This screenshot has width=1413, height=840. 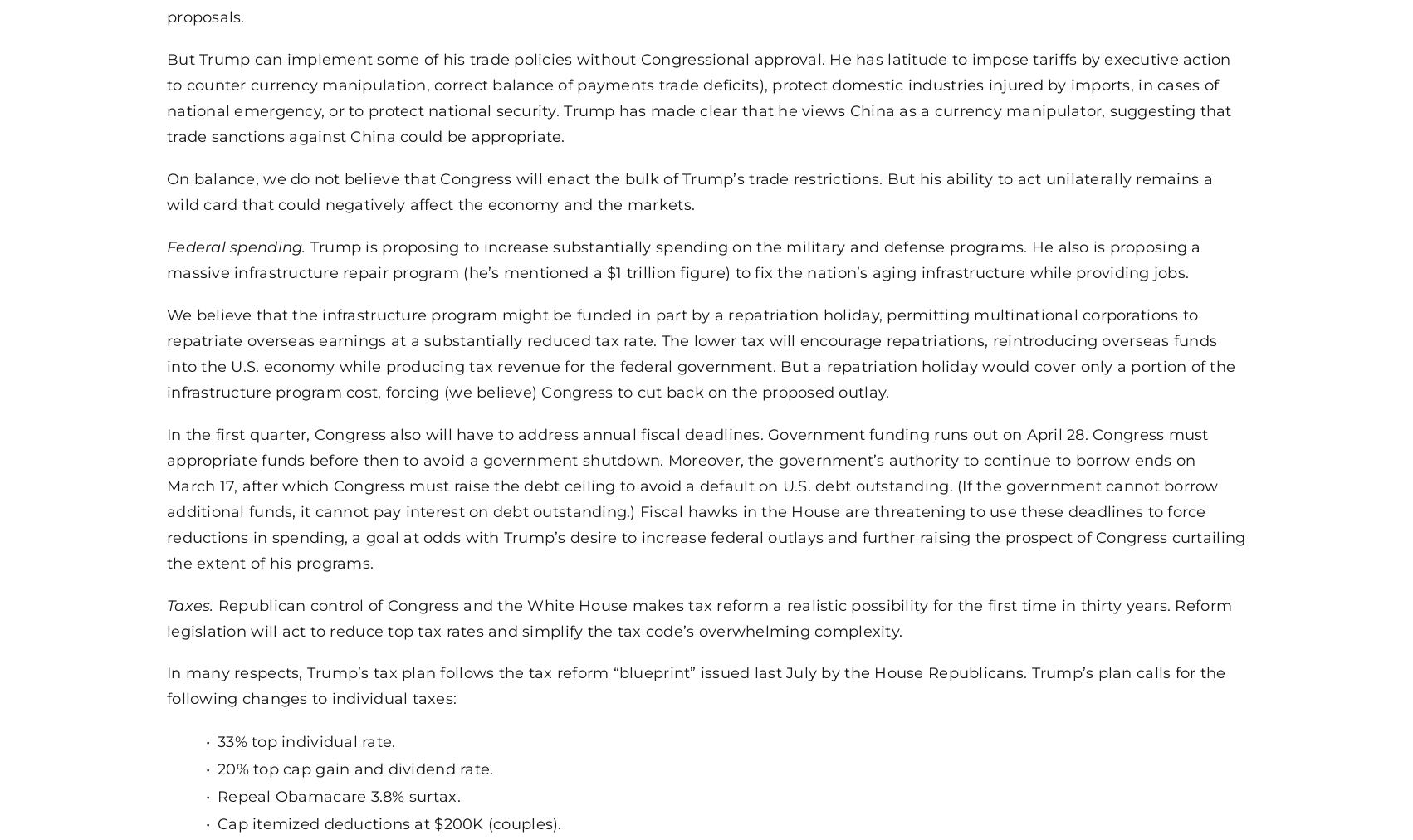 What do you see at coordinates (166, 604) in the screenshot?
I see `'Taxes.'` at bounding box center [166, 604].